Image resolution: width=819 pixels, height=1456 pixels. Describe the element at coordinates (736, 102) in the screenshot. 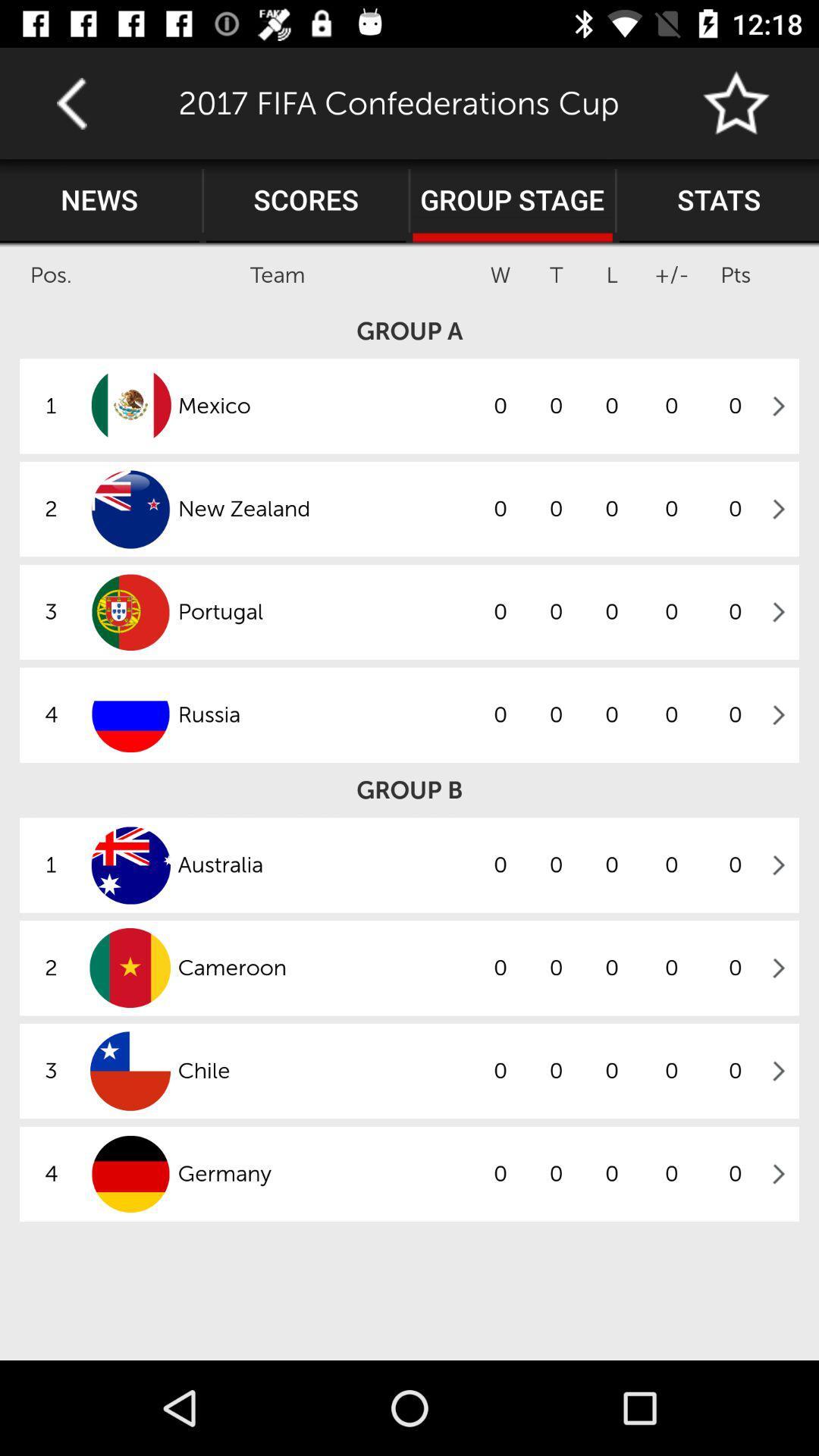

I see `the 2017 fifa cup` at that location.